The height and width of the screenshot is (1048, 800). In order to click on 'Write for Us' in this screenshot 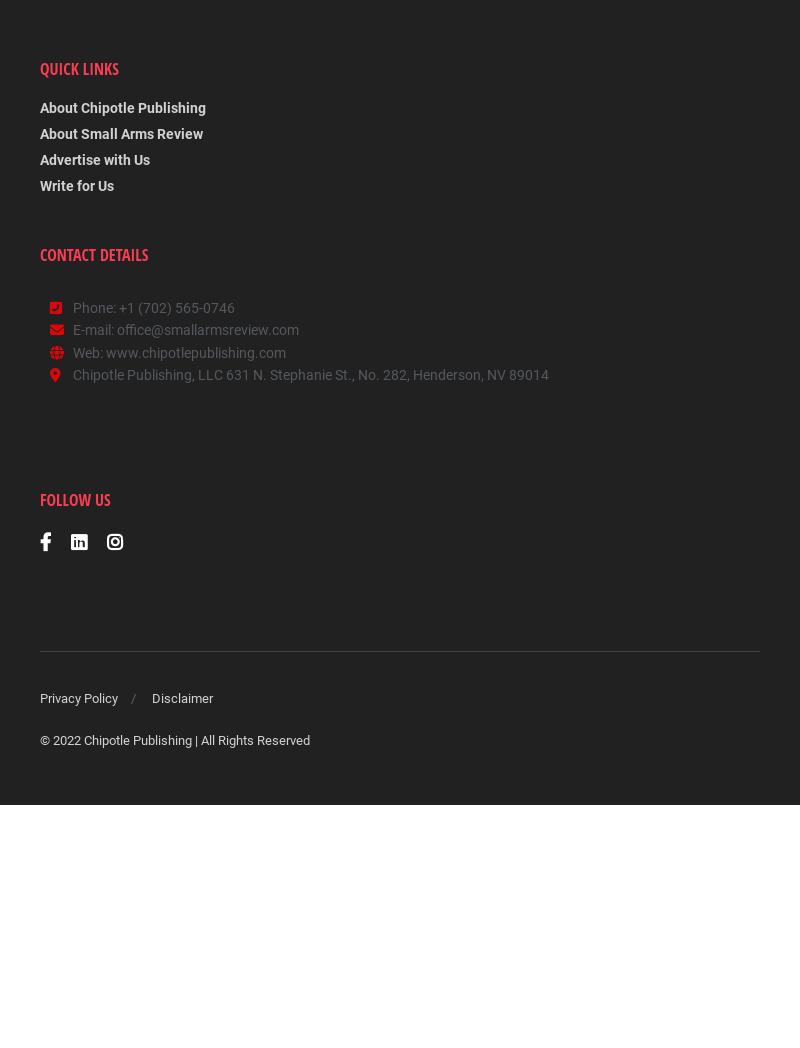, I will do `click(39, 187)`.